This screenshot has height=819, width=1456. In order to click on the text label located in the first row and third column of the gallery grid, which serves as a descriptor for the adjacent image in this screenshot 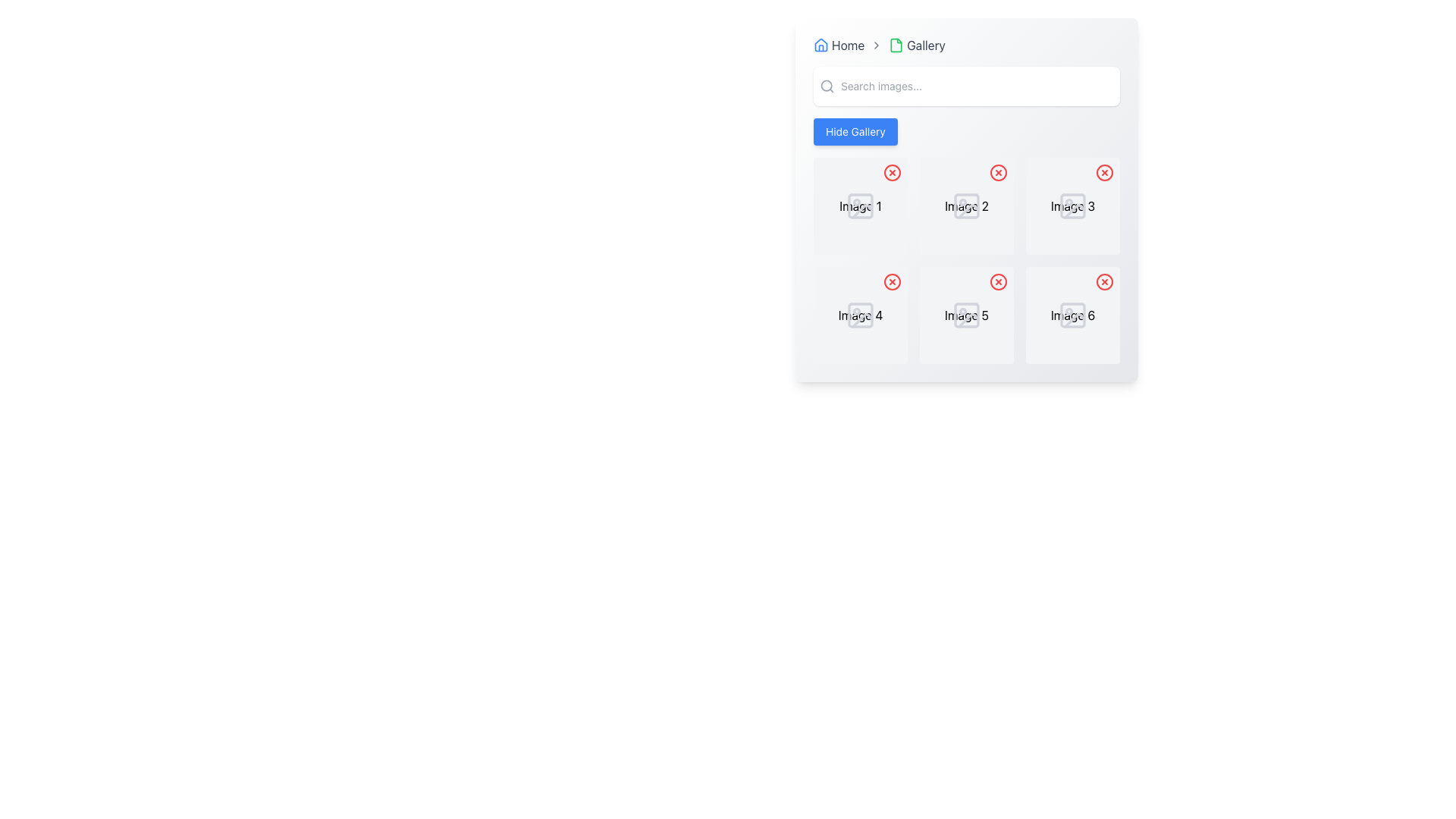, I will do `click(1072, 206)`.